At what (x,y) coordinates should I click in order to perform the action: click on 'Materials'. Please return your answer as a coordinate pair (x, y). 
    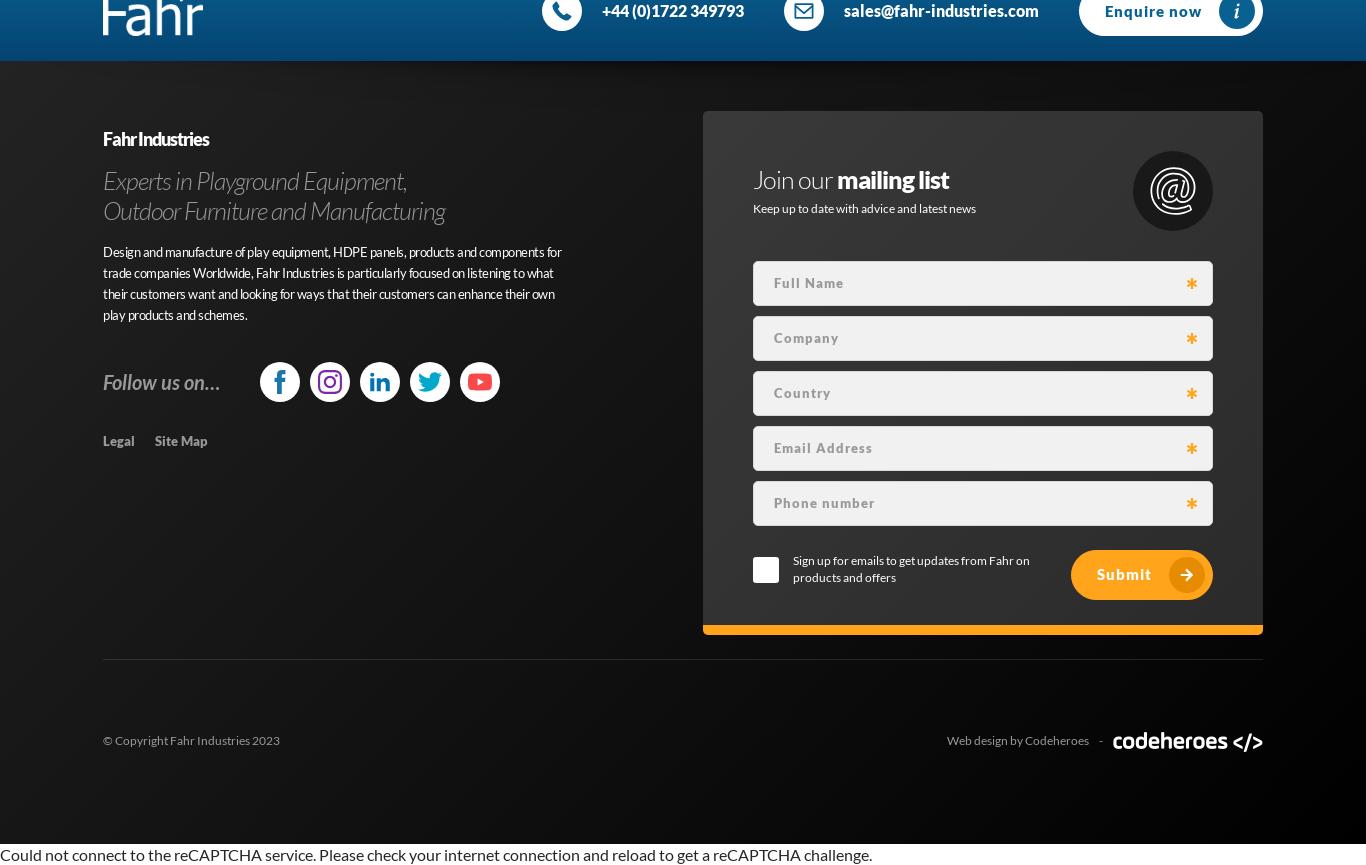
    Looking at the image, I should click on (363, 95).